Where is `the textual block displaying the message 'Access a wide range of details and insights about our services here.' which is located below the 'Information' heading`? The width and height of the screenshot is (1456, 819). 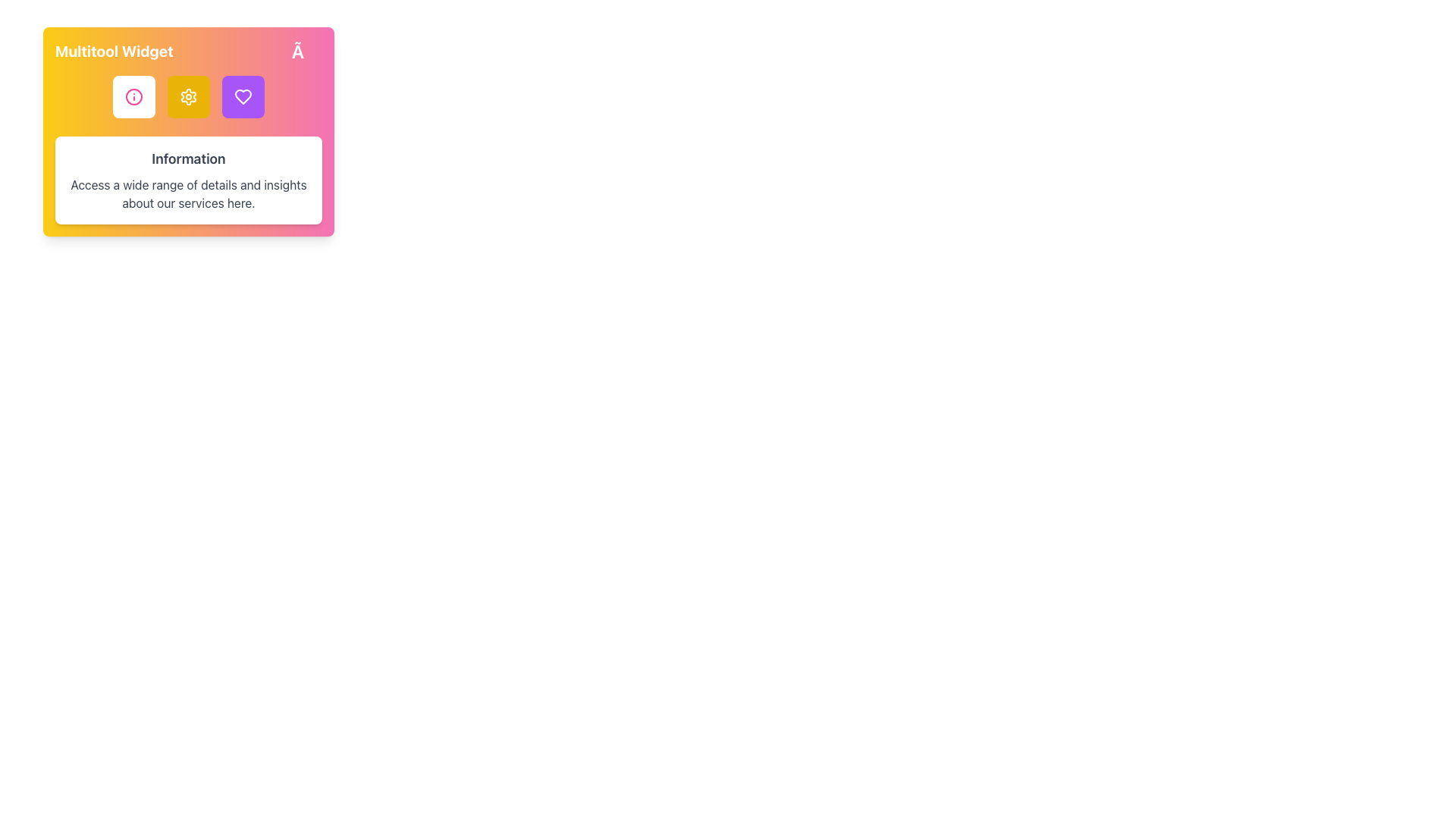 the textual block displaying the message 'Access a wide range of details and insights about our services here.' which is located below the 'Information' heading is located at coordinates (188, 193).